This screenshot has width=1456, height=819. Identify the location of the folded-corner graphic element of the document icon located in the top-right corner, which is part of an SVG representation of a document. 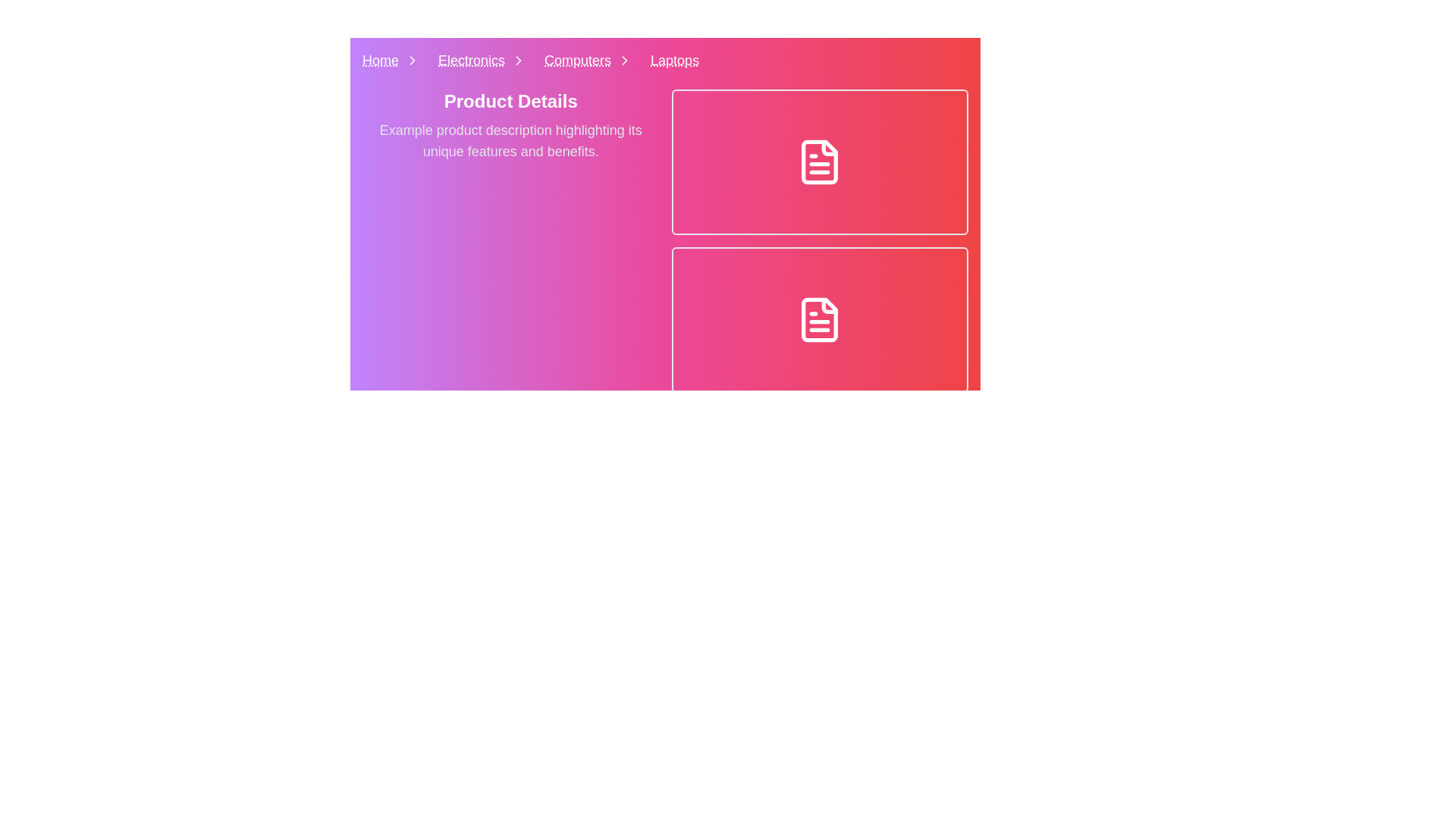
(829, 306).